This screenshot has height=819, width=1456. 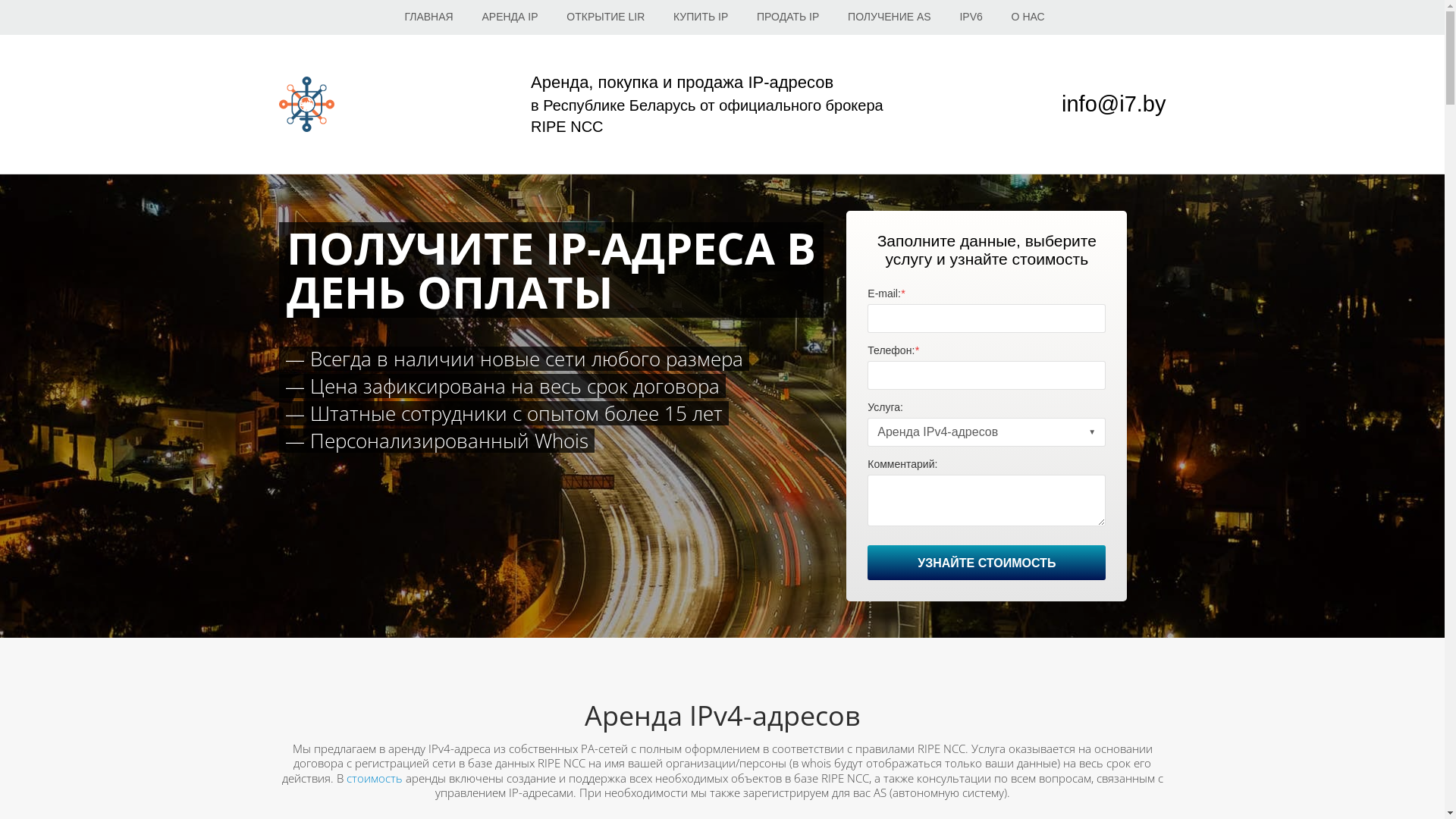 I want to click on 'IPV6', so click(x=971, y=17).